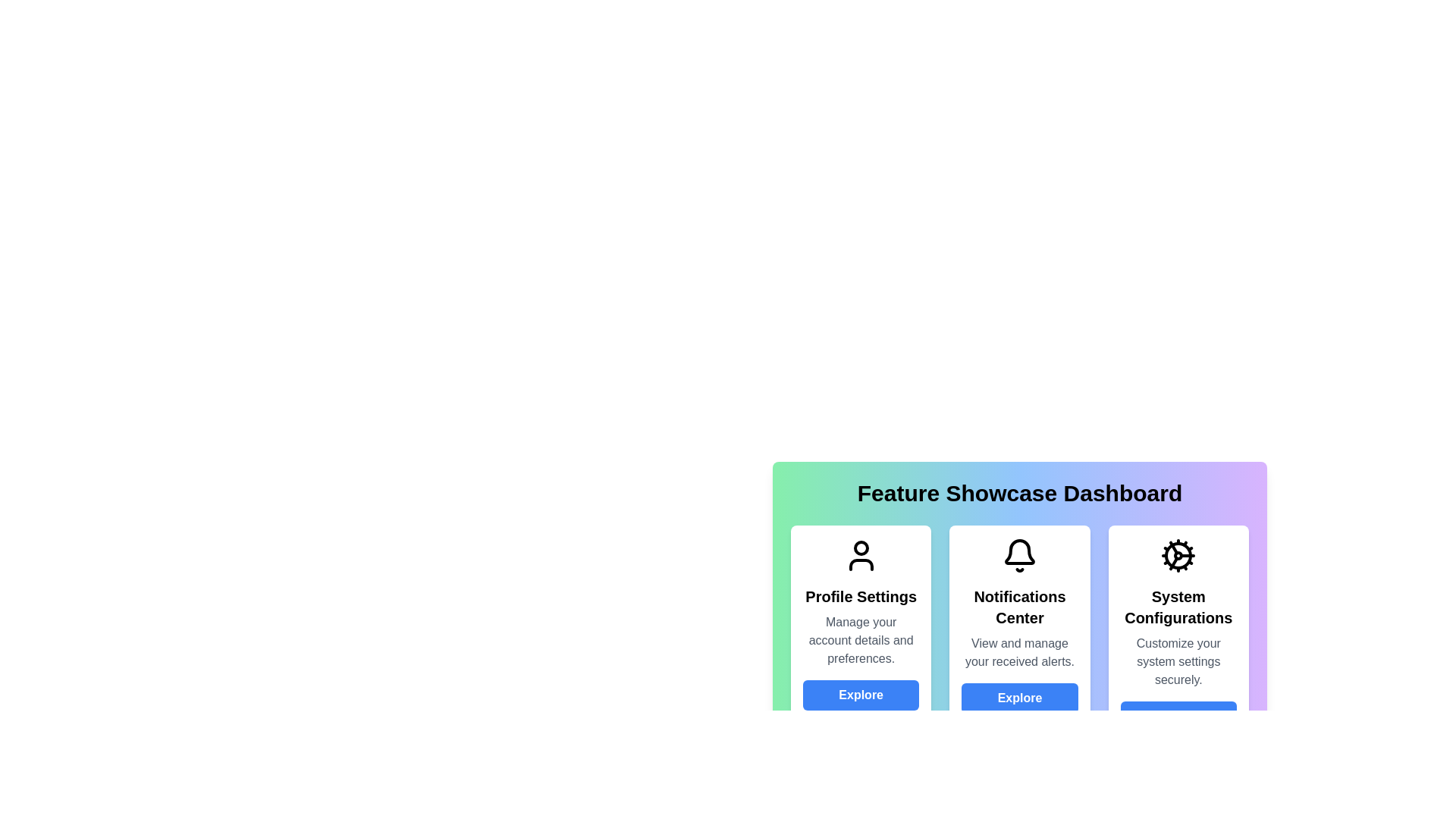  Describe the element at coordinates (1178, 635) in the screenshot. I see `the 'Explore' button on the third card in the middle section of the interface` at that location.